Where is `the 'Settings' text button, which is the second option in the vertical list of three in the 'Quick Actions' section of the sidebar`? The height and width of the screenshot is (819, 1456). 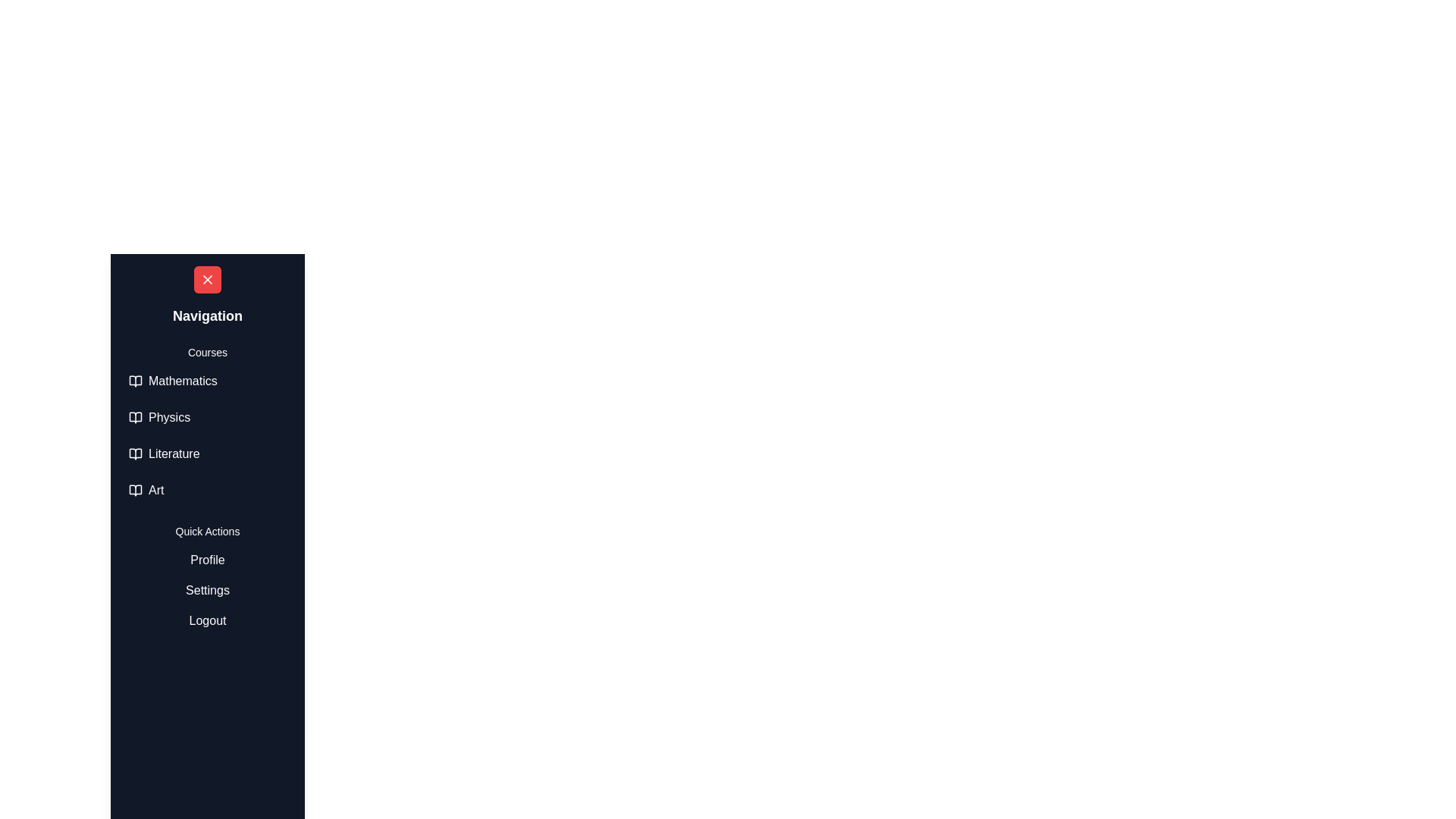 the 'Settings' text button, which is the second option in the vertical list of three in the 'Quick Actions' section of the sidebar is located at coordinates (206, 590).